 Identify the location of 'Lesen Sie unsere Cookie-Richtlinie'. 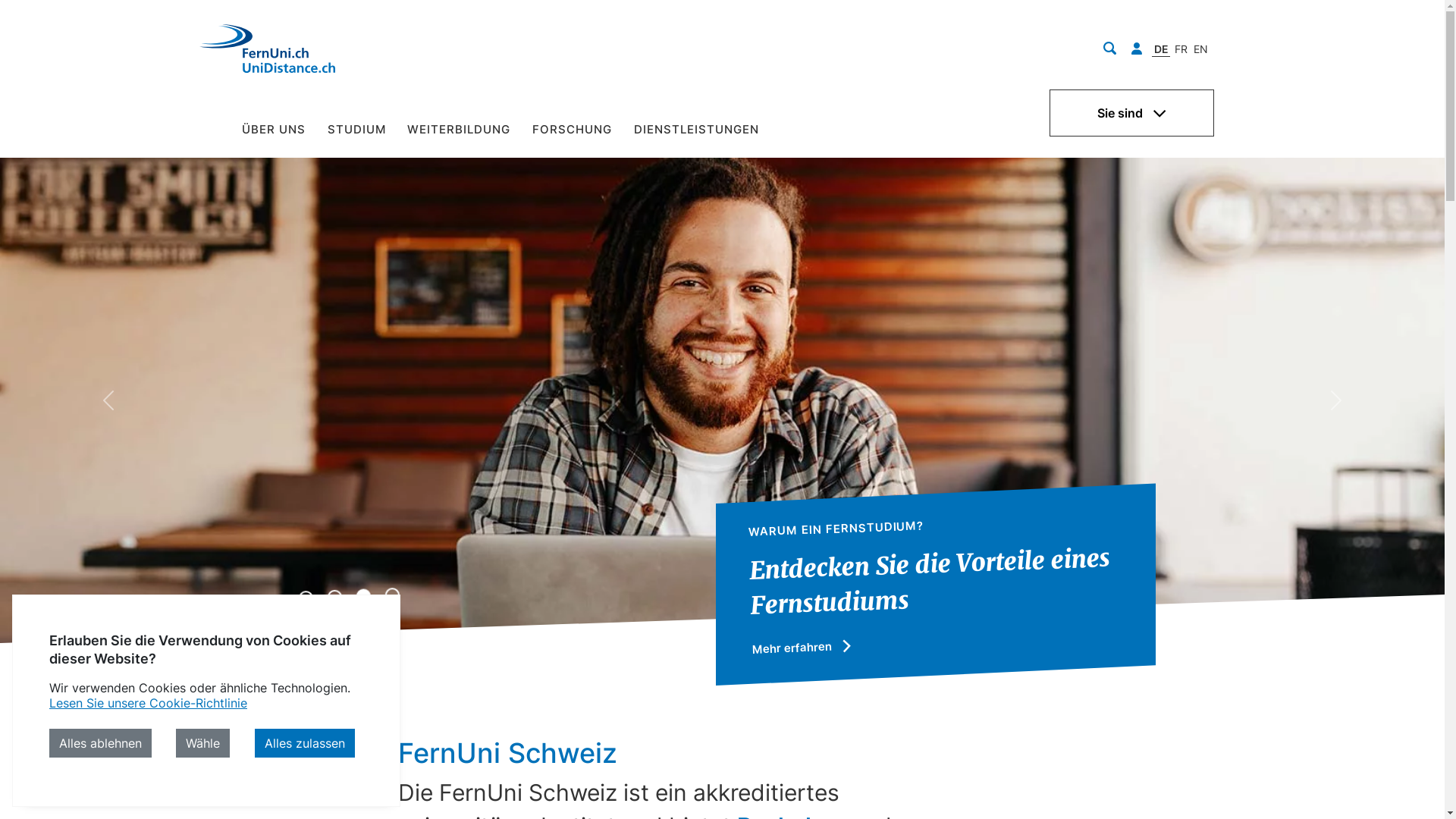
(148, 702).